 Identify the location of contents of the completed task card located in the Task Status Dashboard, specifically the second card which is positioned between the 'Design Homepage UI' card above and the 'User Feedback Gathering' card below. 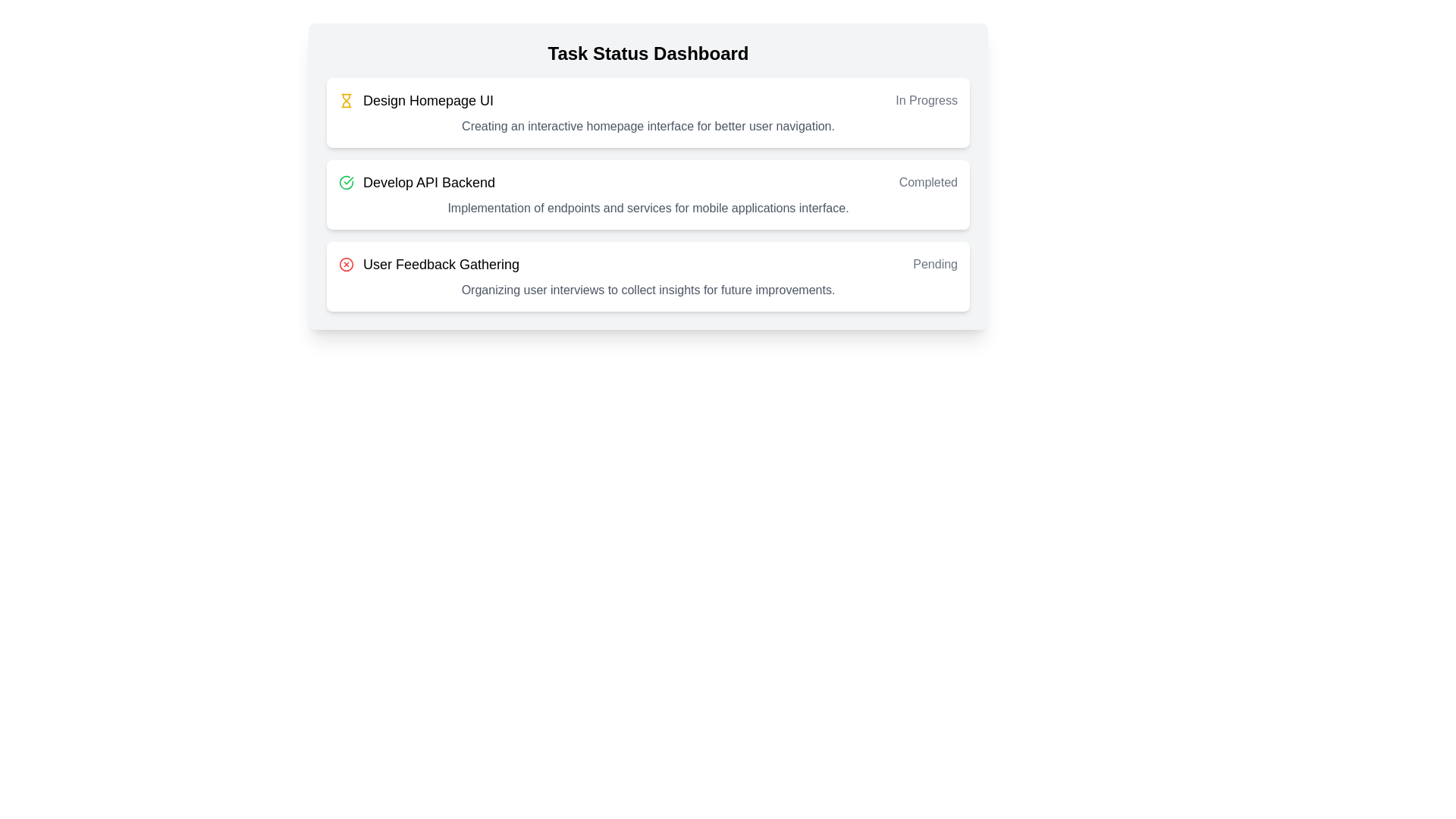
(648, 194).